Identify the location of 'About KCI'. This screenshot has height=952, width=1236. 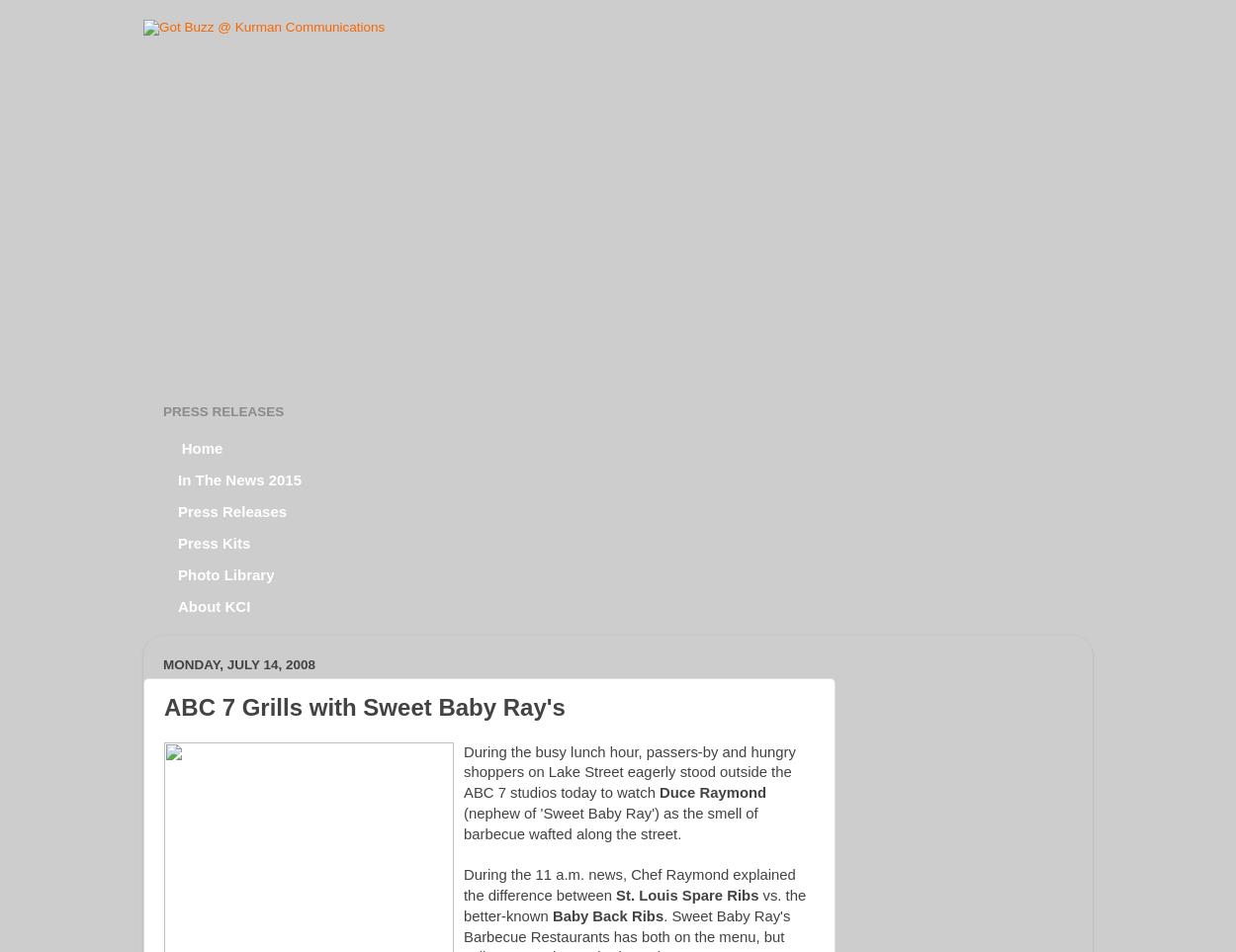
(213, 605).